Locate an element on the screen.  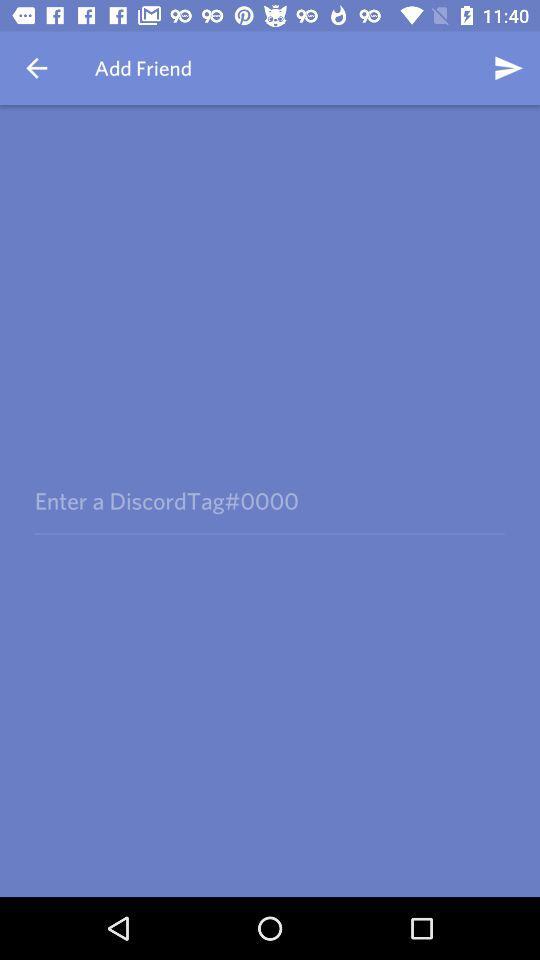
a username is located at coordinates (269, 500).